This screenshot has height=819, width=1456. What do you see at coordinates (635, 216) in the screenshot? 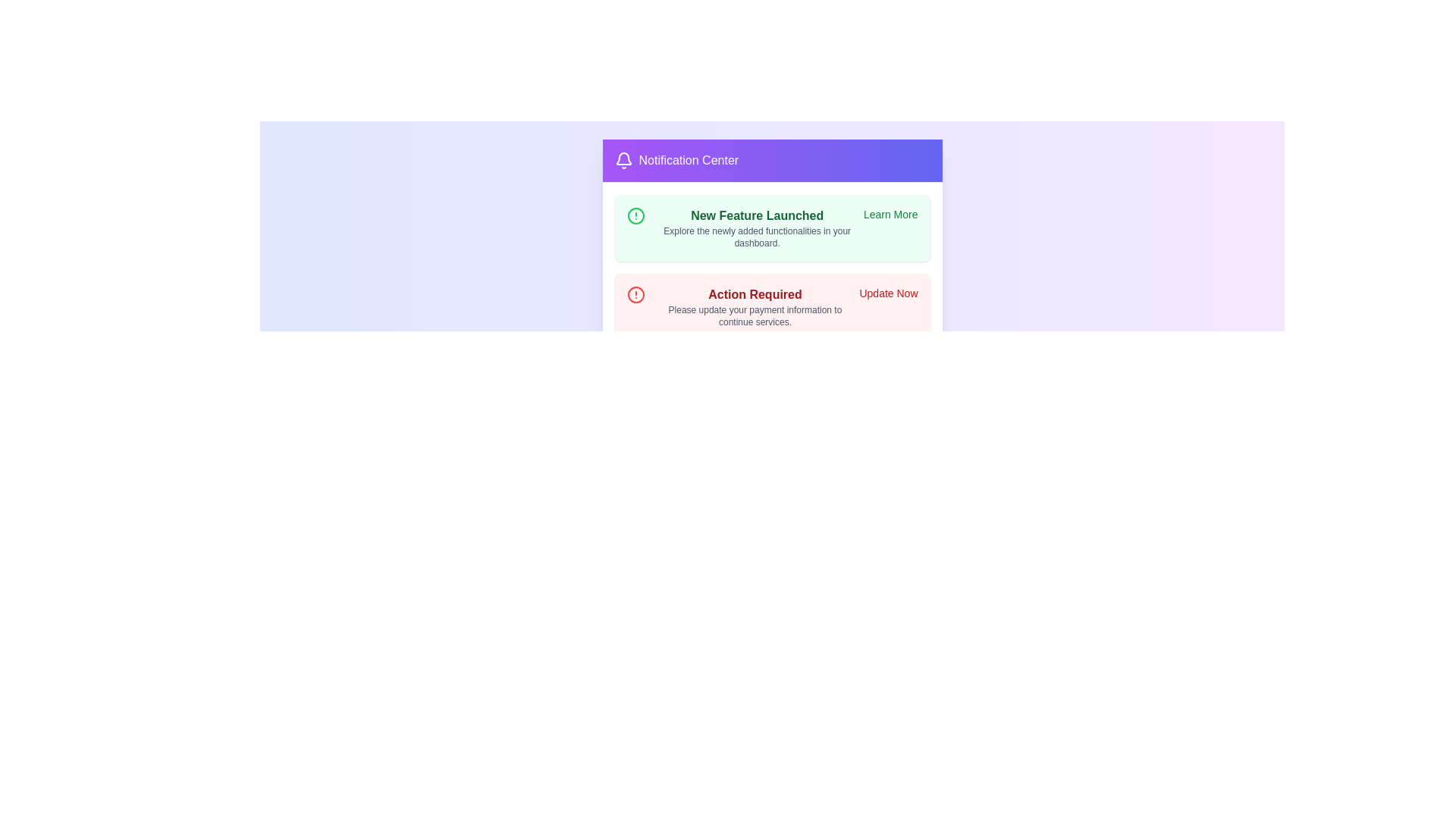
I see `the Circle SVG element that indicates a successful or informational state related to the top notification entry` at bounding box center [635, 216].